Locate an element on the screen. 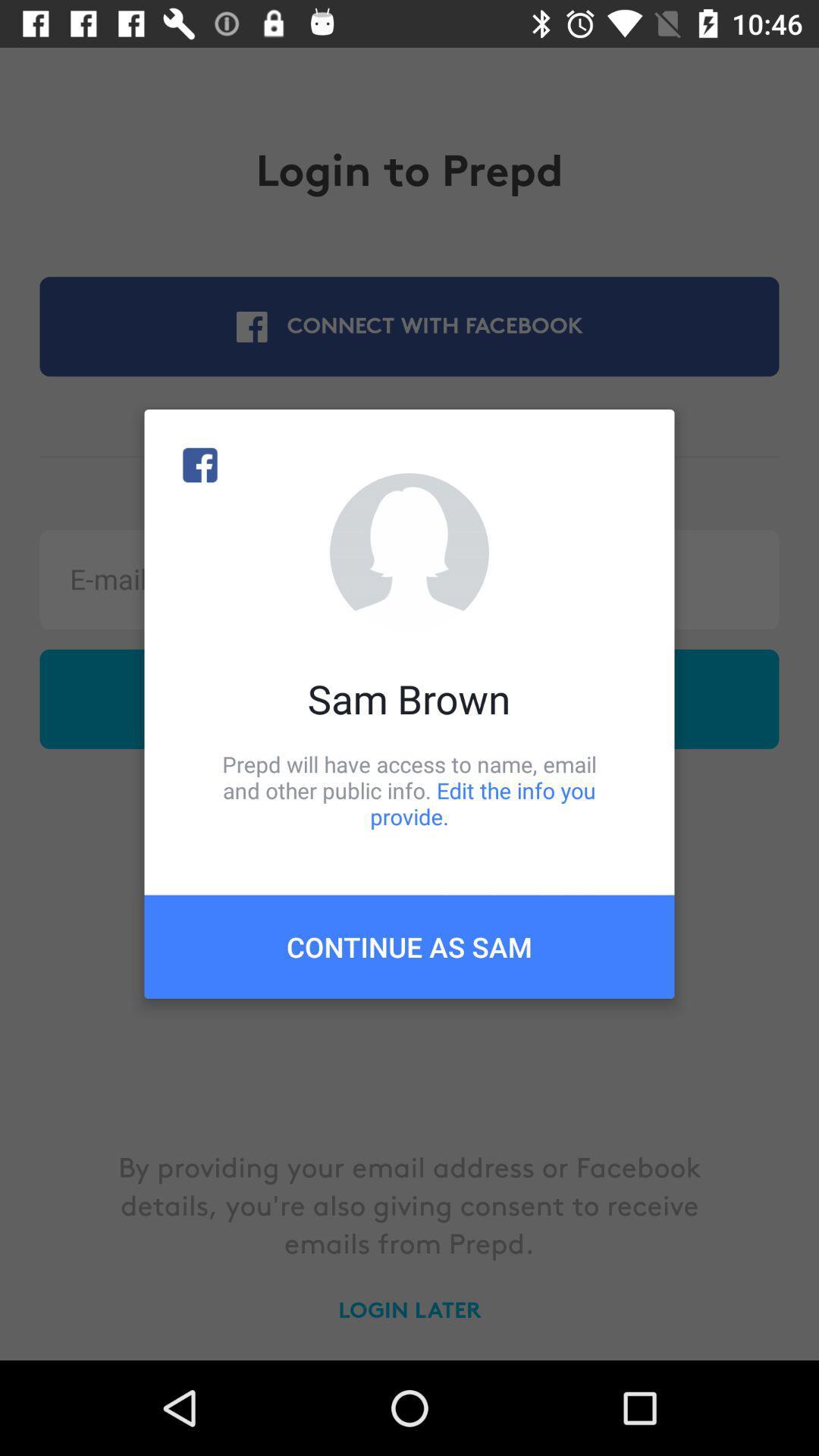 Image resolution: width=819 pixels, height=1456 pixels. the prepd will have icon is located at coordinates (409, 789).